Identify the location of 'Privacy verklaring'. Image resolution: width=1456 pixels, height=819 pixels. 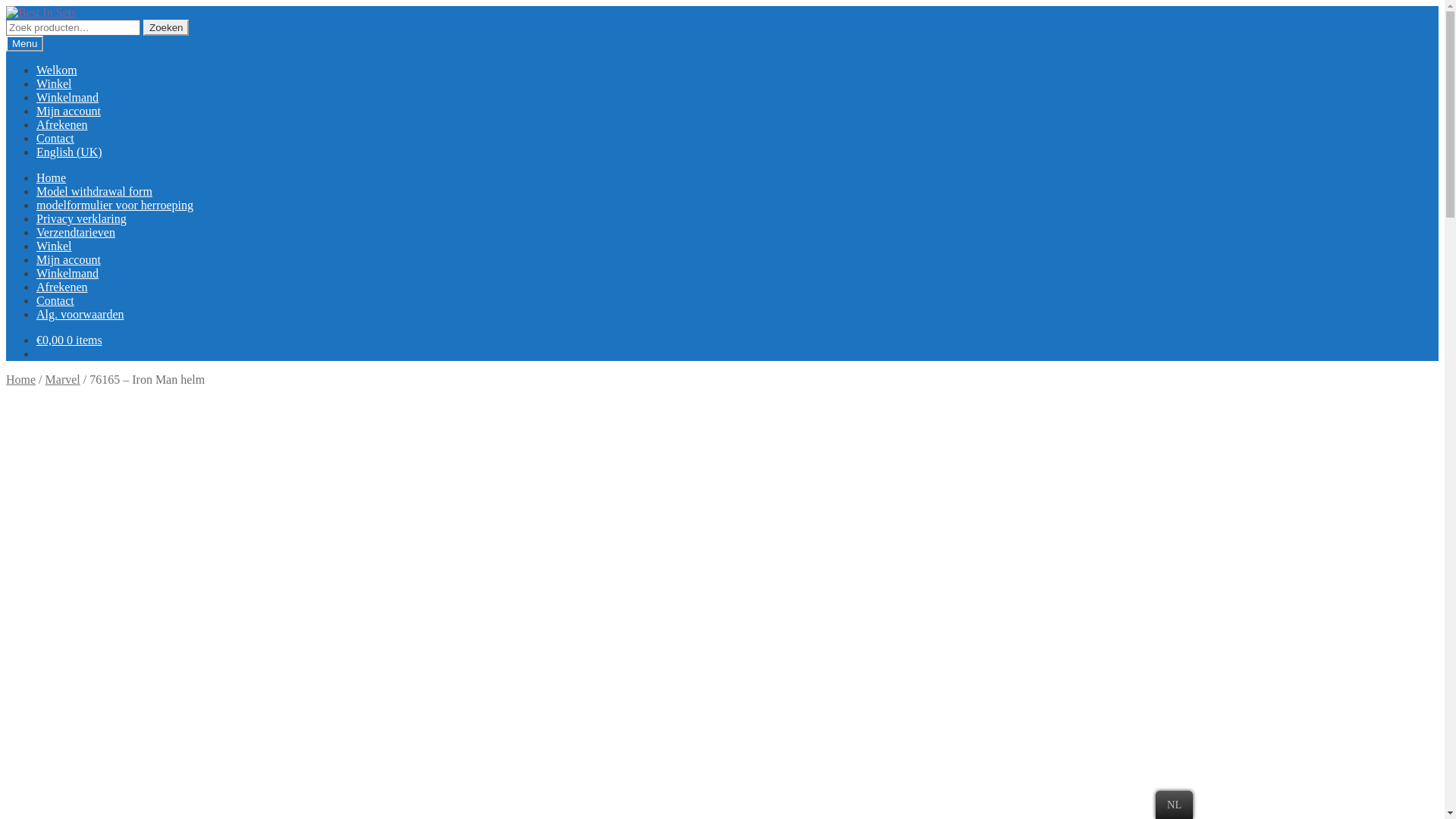
(36, 218).